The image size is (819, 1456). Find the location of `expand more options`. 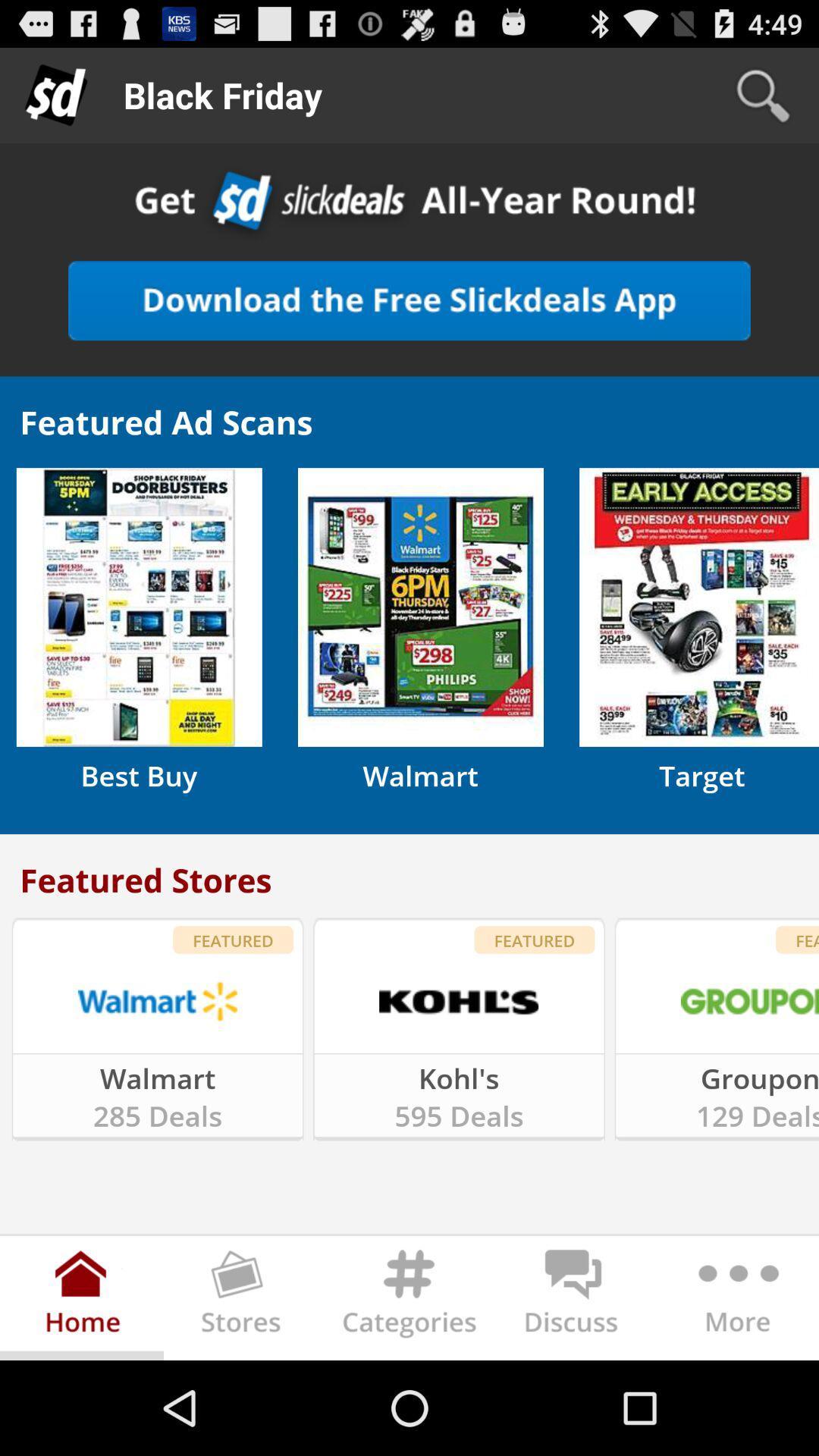

expand more options is located at coordinates (736, 1300).